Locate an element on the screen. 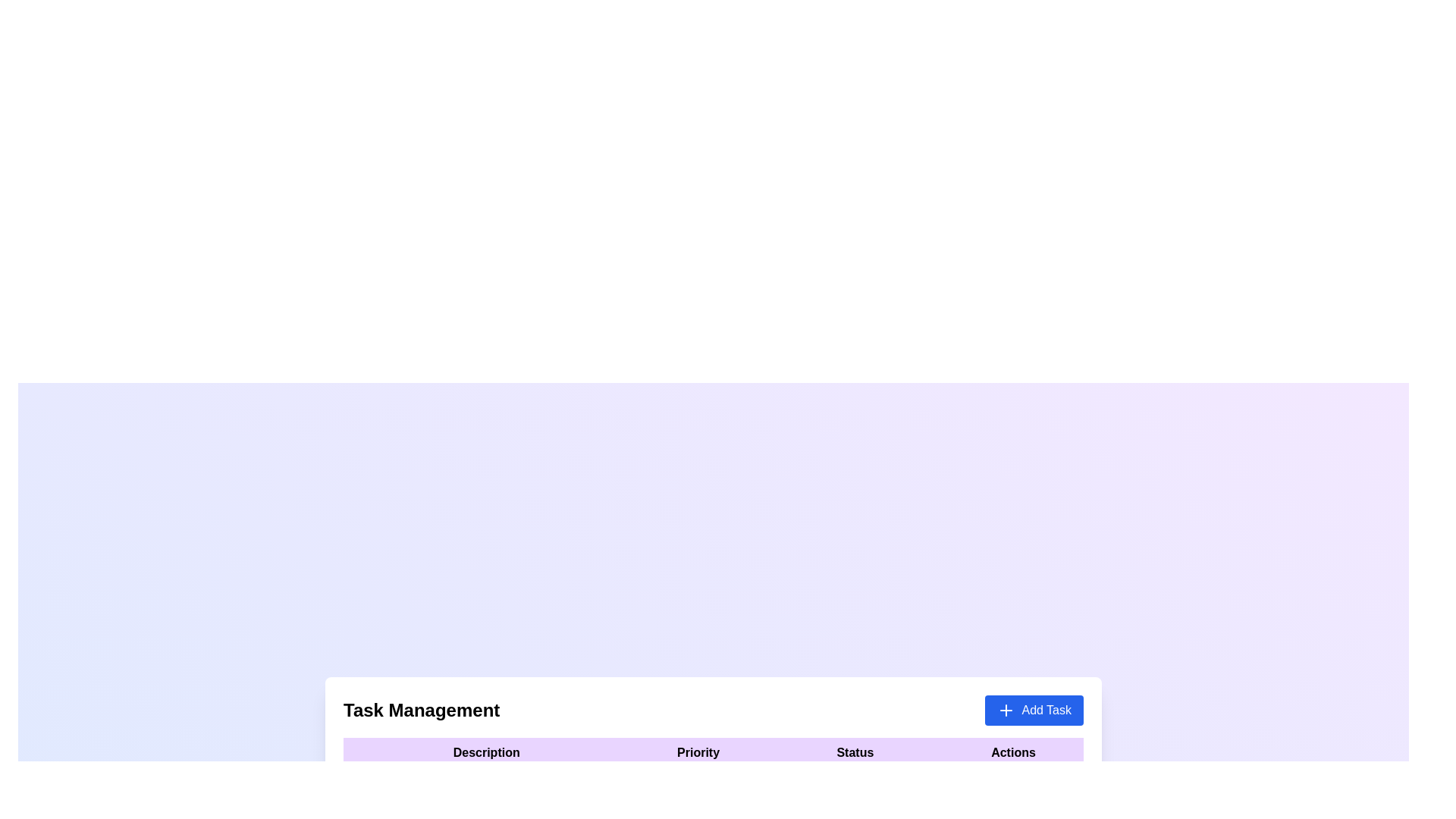 The image size is (1456, 819). the rectangular button-like component labeled 'High' in the 'Priority' column of the table, positioned between 'Design Homepage UI' and 'In Progress' is located at coordinates (698, 783).